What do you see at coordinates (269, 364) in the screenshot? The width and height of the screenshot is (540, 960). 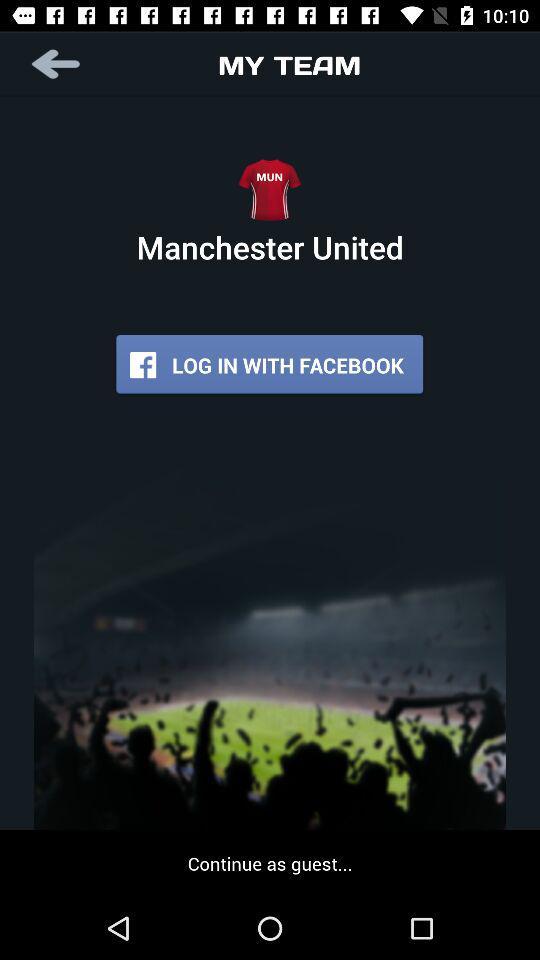 I see `icon below the manchester united` at bounding box center [269, 364].